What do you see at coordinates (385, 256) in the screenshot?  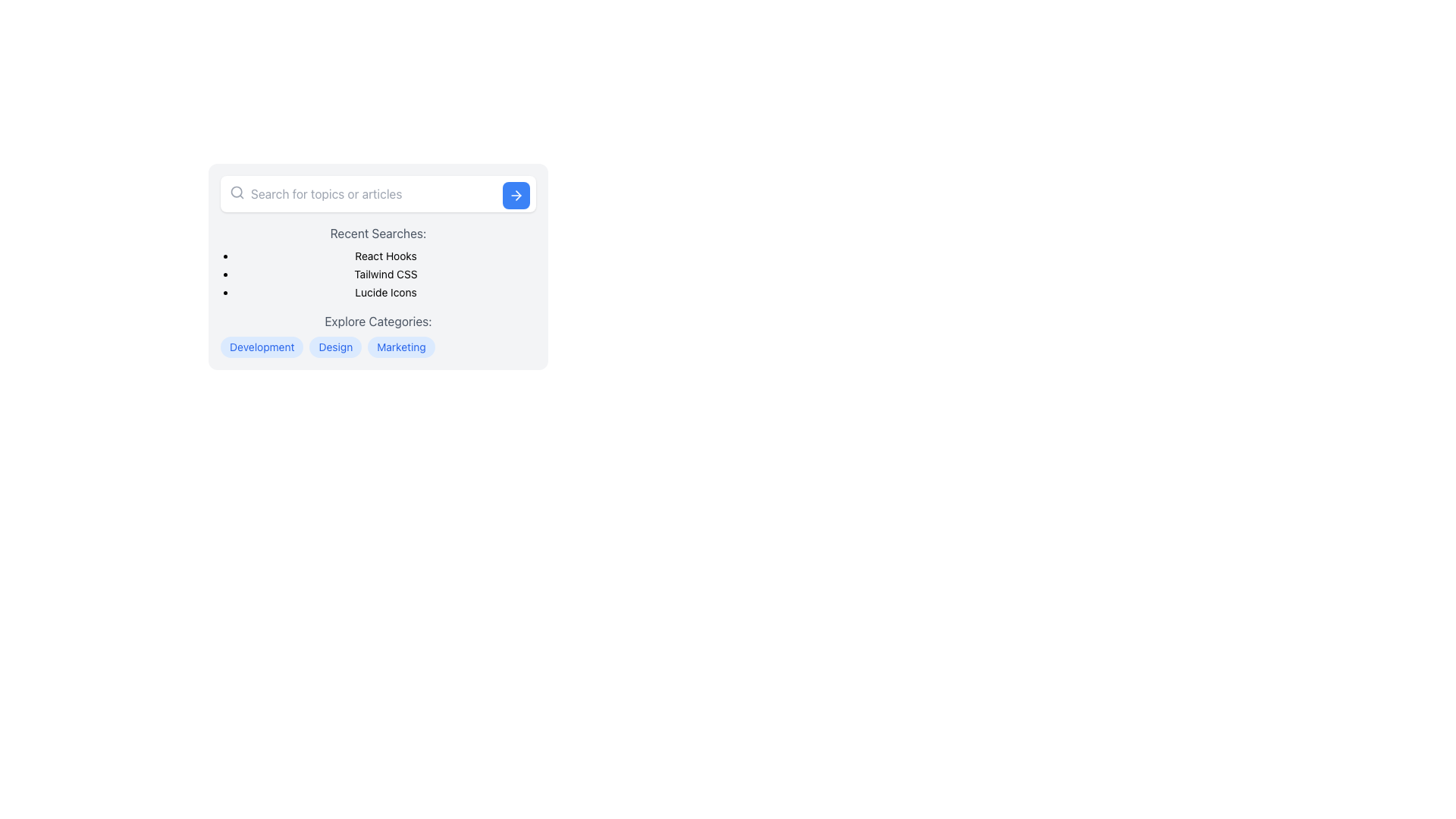 I see `the text label displaying 'React Hooks', which is the first item in the bulleted list under 'Recent Searches'` at bounding box center [385, 256].